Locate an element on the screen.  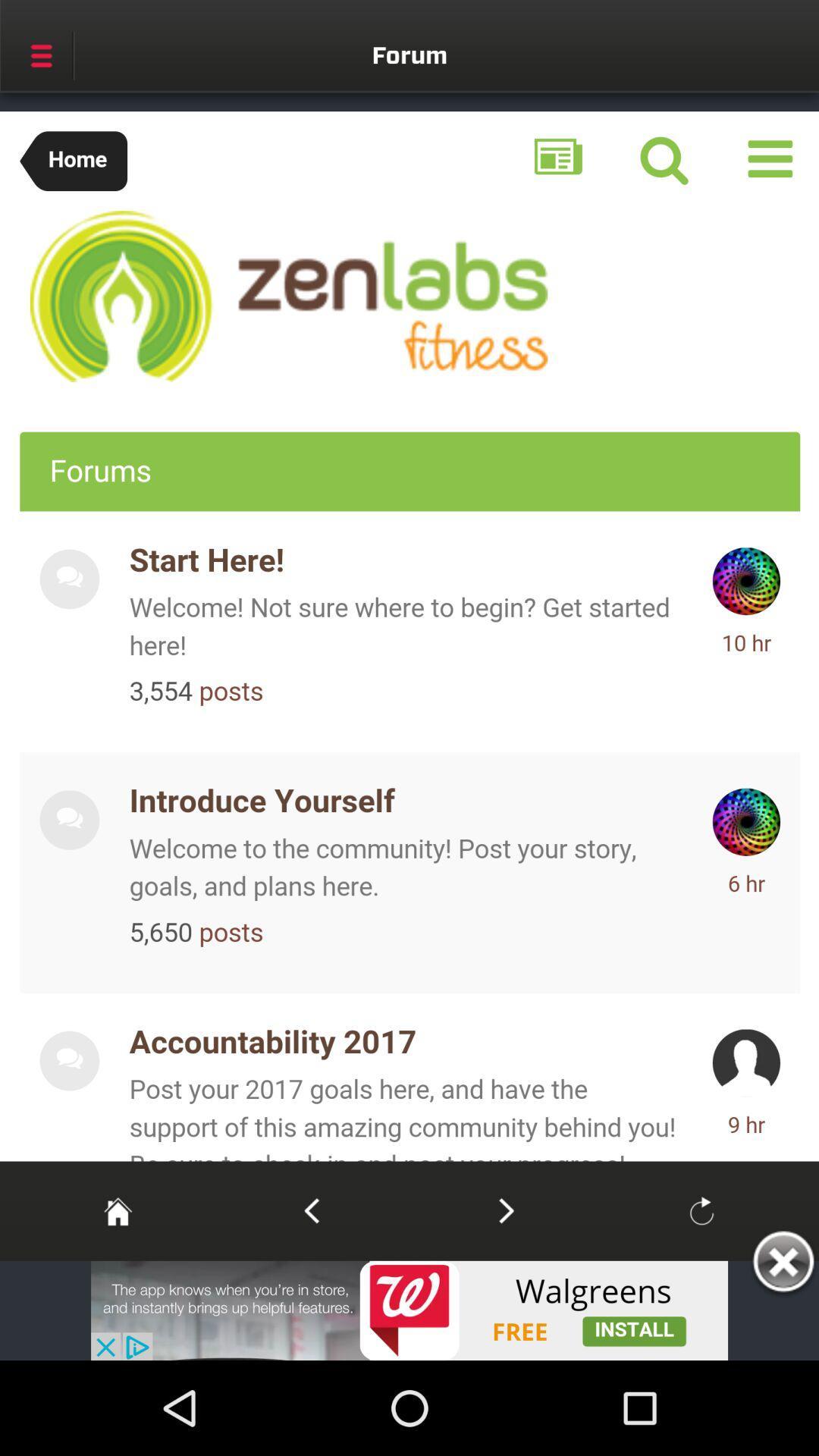
back buttons is located at coordinates (311, 1210).